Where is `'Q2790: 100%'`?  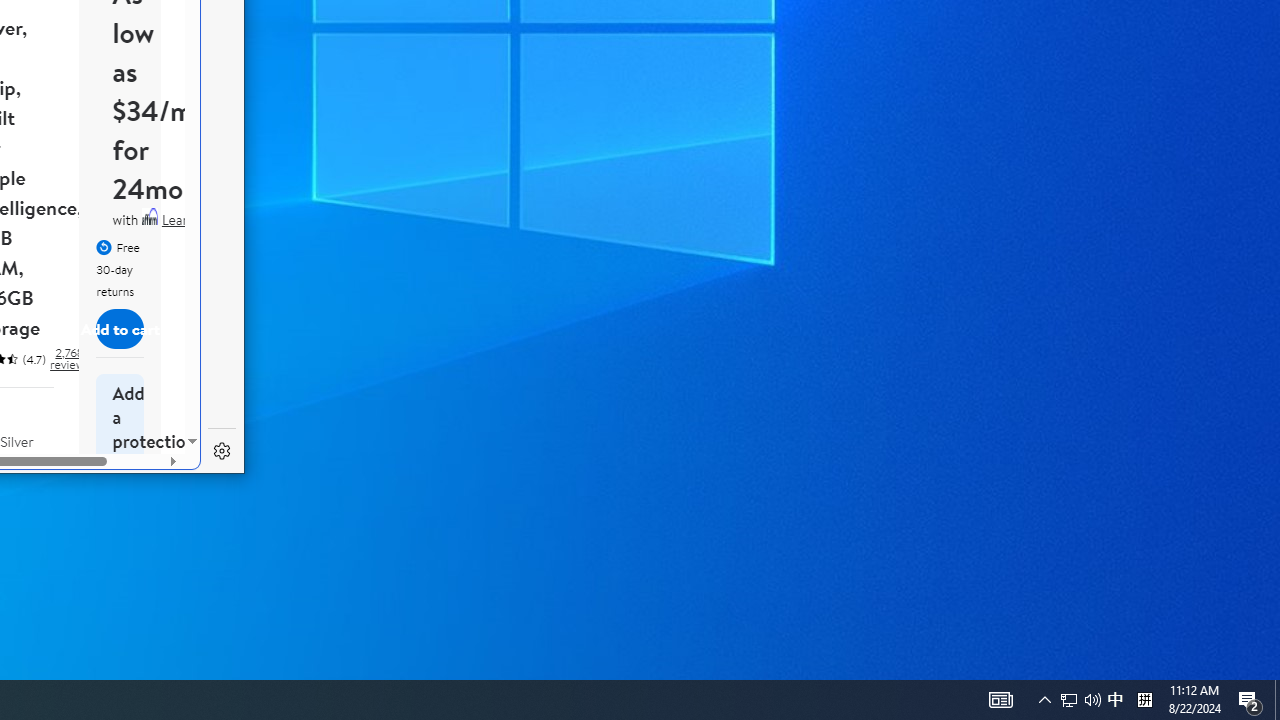 'Q2790: 100%' is located at coordinates (1092, 698).